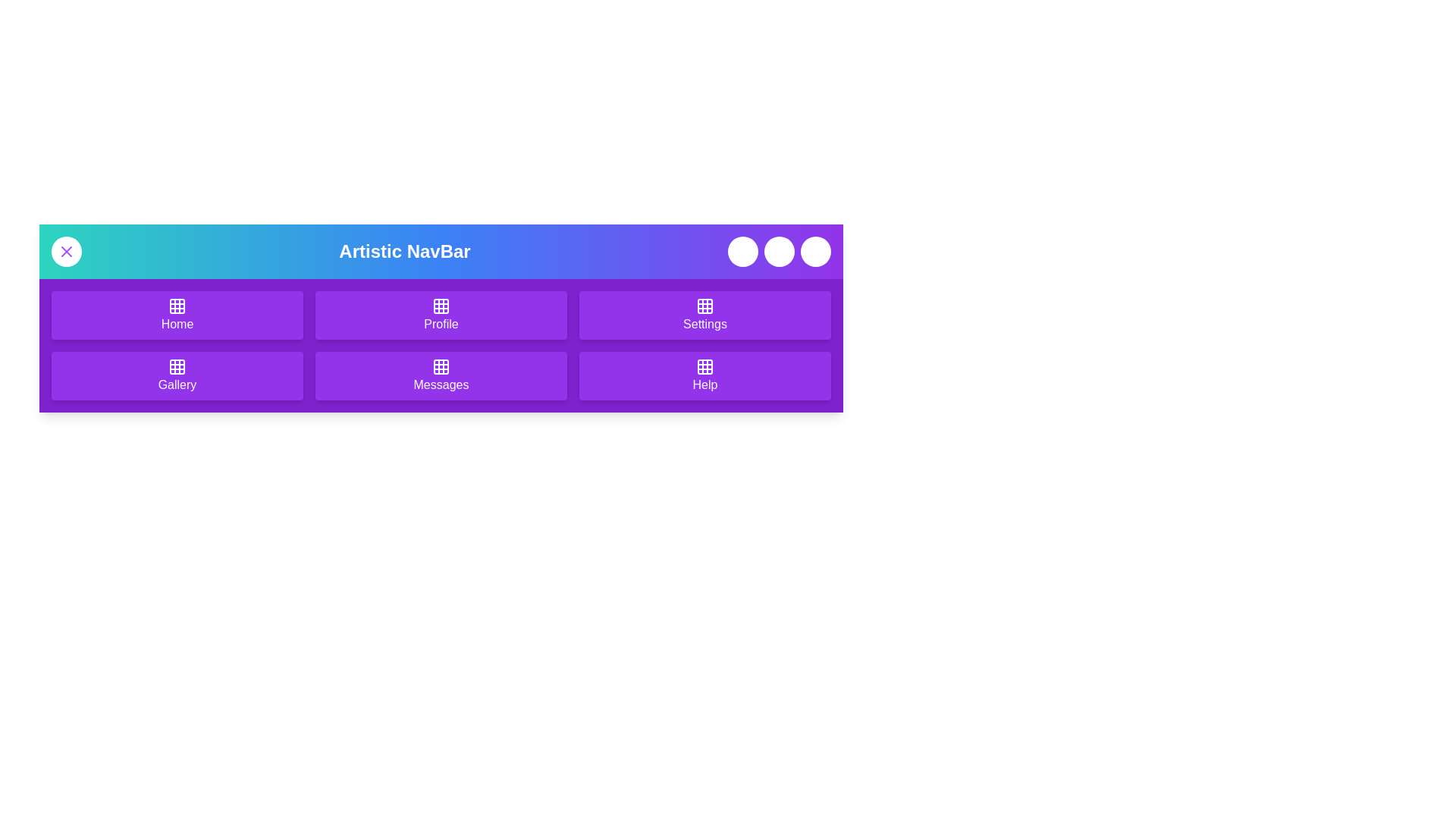  I want to click on the navigation item labeled Help, so click(704, 375).